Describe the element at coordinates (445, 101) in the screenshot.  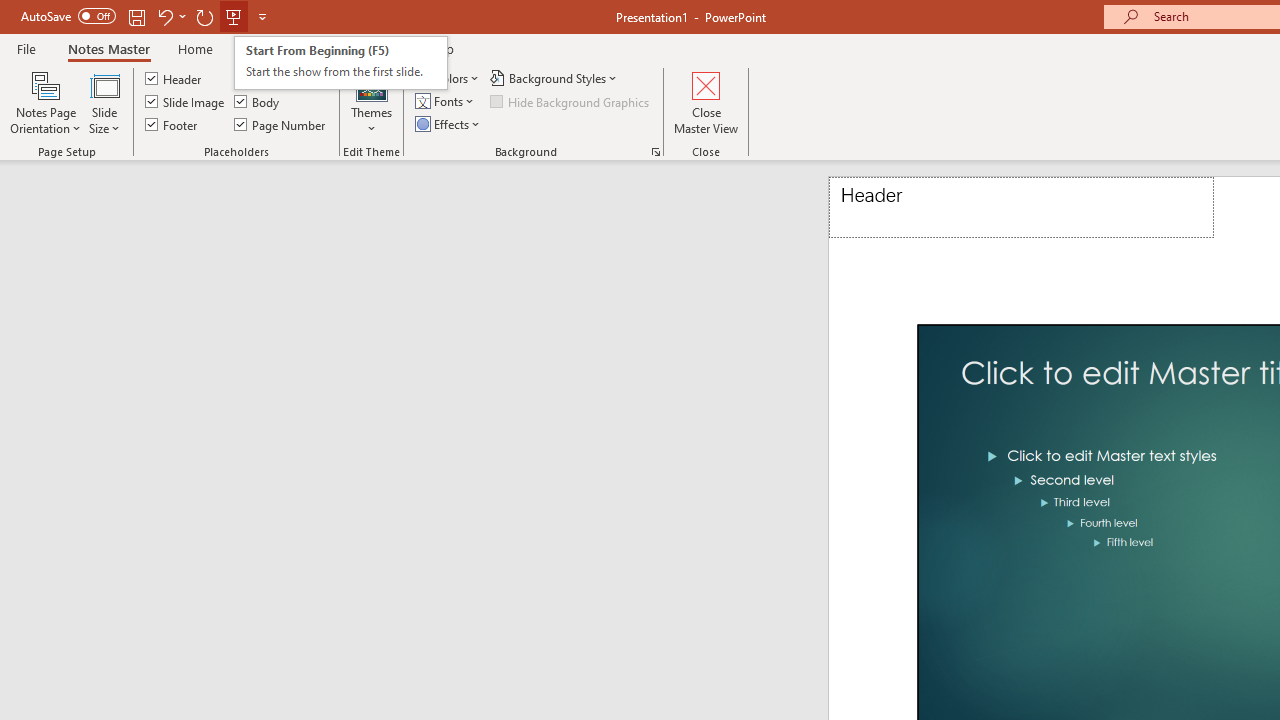
I see `'Fonts'` at that location.